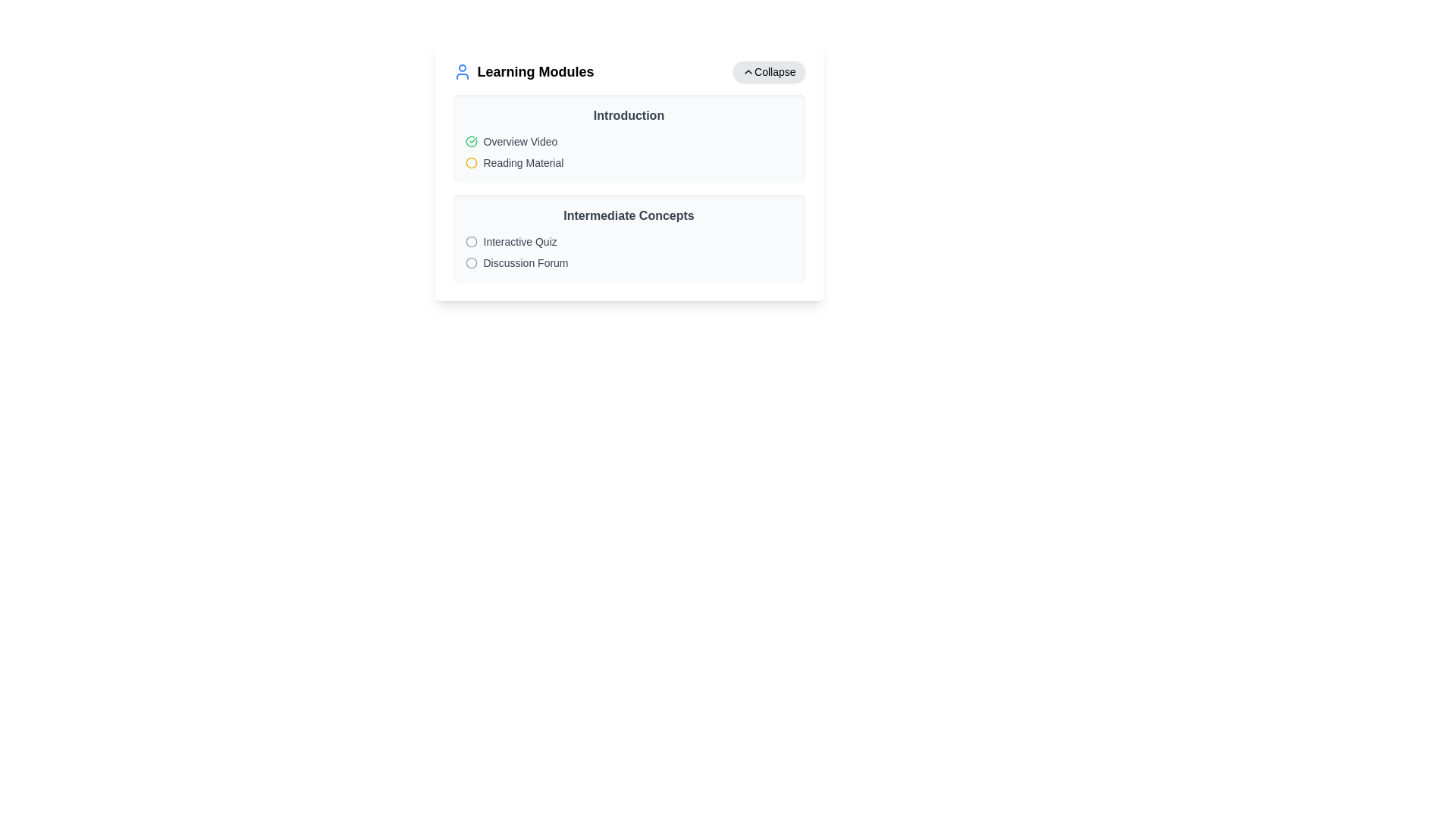 This screenshot has height=819, width=1456. I want to click on the text component labeled 'Learning Modules' which is styled with a bold font and located in the top left corner of its group, so click(523, 72).